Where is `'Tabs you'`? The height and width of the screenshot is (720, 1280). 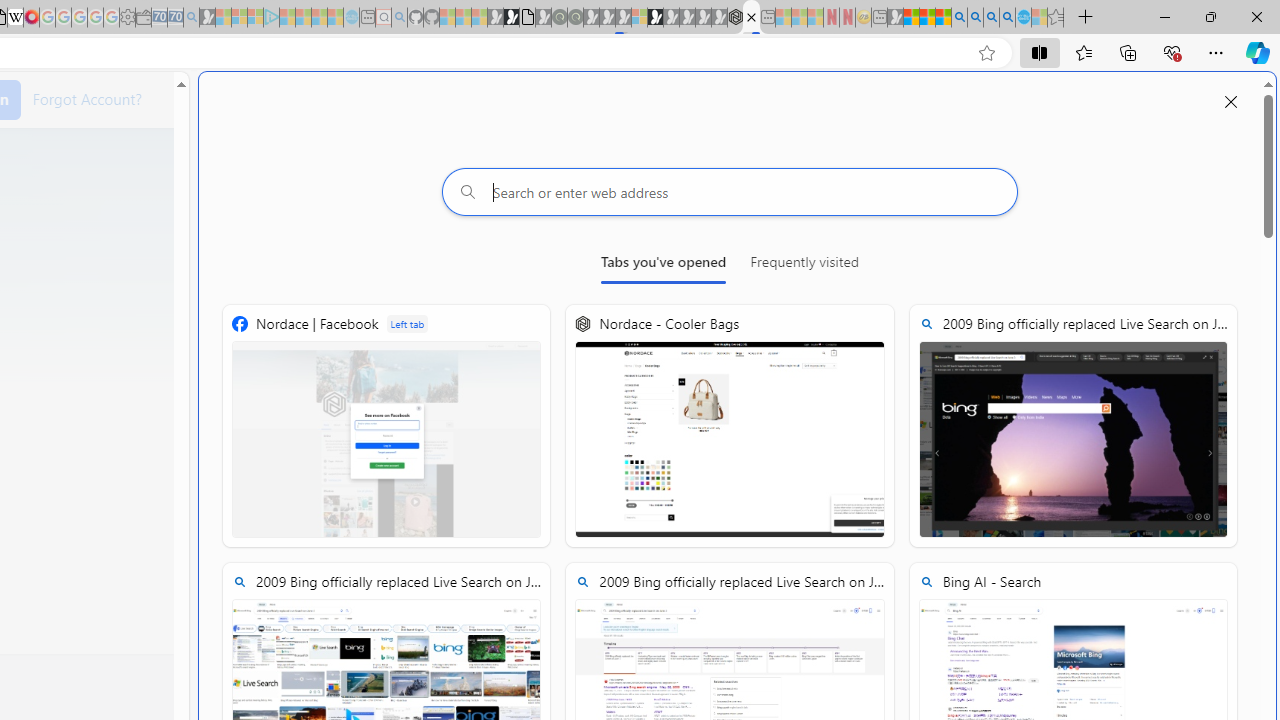
'Tabs you' is located at coordinates (663, 265).